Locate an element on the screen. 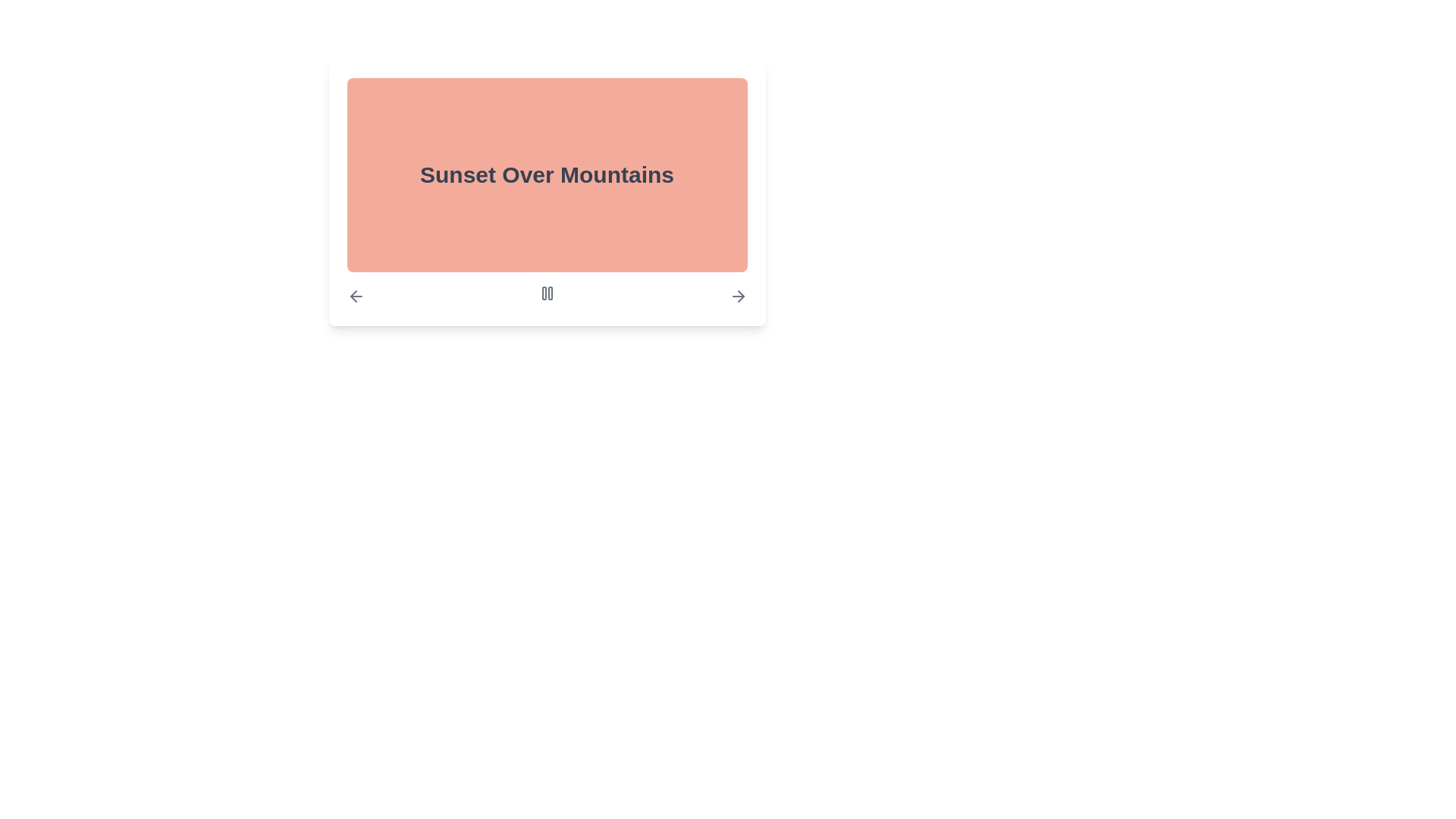 This screenshot has width=1456, height=819. the left vertical bar of the 'pause' icon, which is a white bar with a rounded top and bottom, located centrally under the displayed title and image is located at coordinates (544, 293).